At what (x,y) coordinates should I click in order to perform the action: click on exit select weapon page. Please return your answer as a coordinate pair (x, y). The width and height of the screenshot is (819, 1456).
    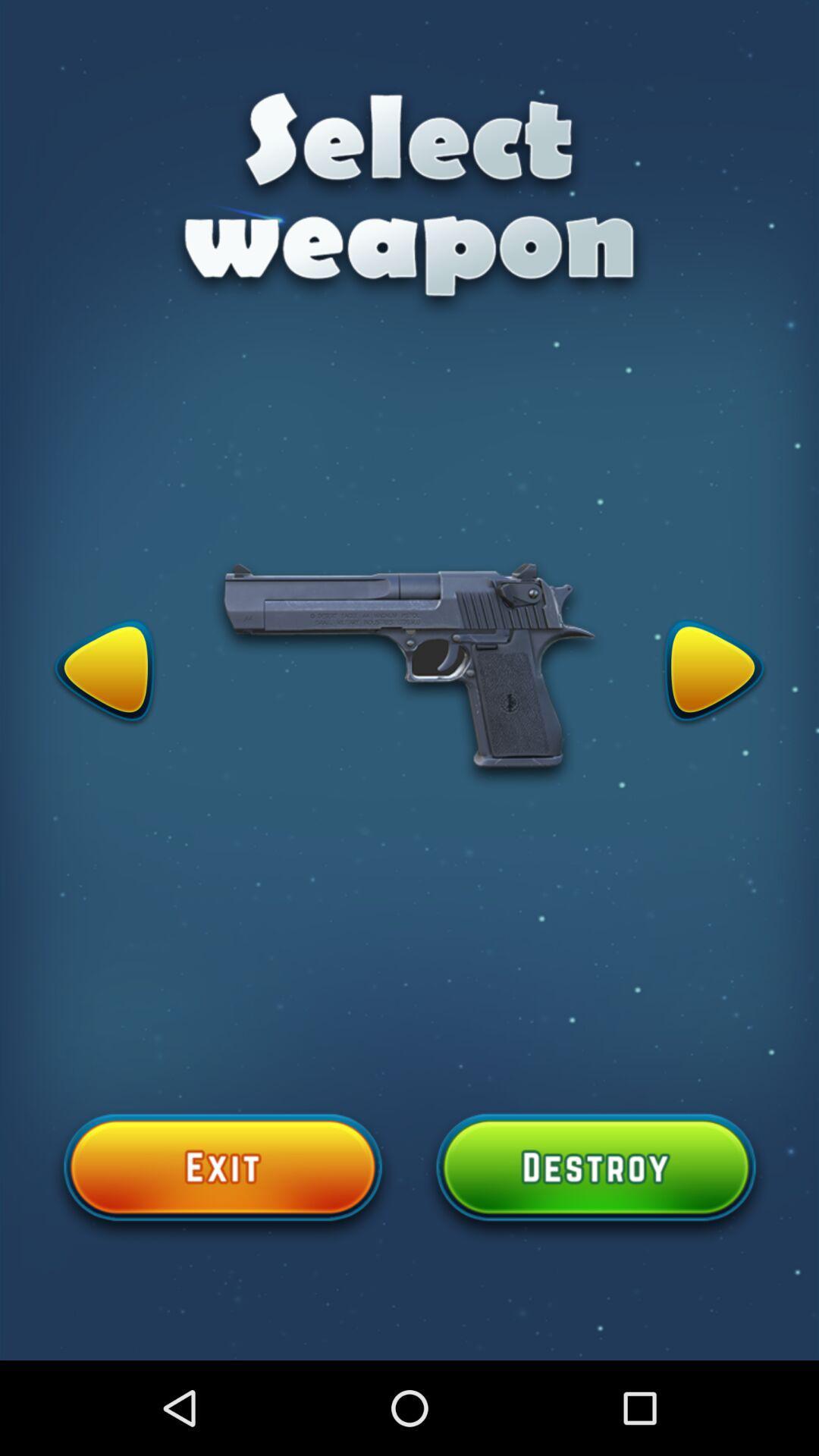
    Looking at the image, I should click on (222, 1175).